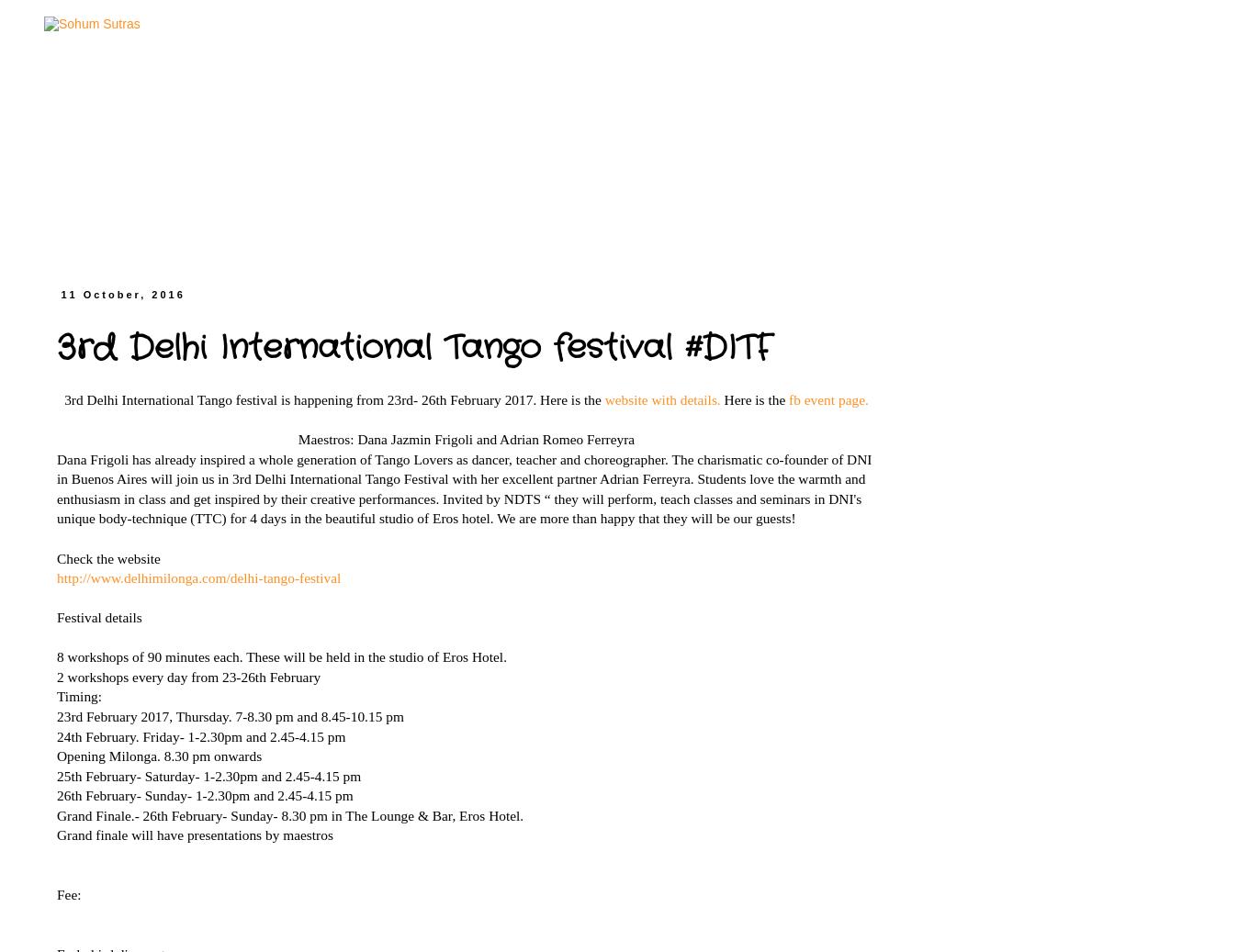 The image size is (1238, 952). What do you see at coordinates (753, 398) in the screenshot?
I see `'Here is the'` at bounding box center [753, 398].